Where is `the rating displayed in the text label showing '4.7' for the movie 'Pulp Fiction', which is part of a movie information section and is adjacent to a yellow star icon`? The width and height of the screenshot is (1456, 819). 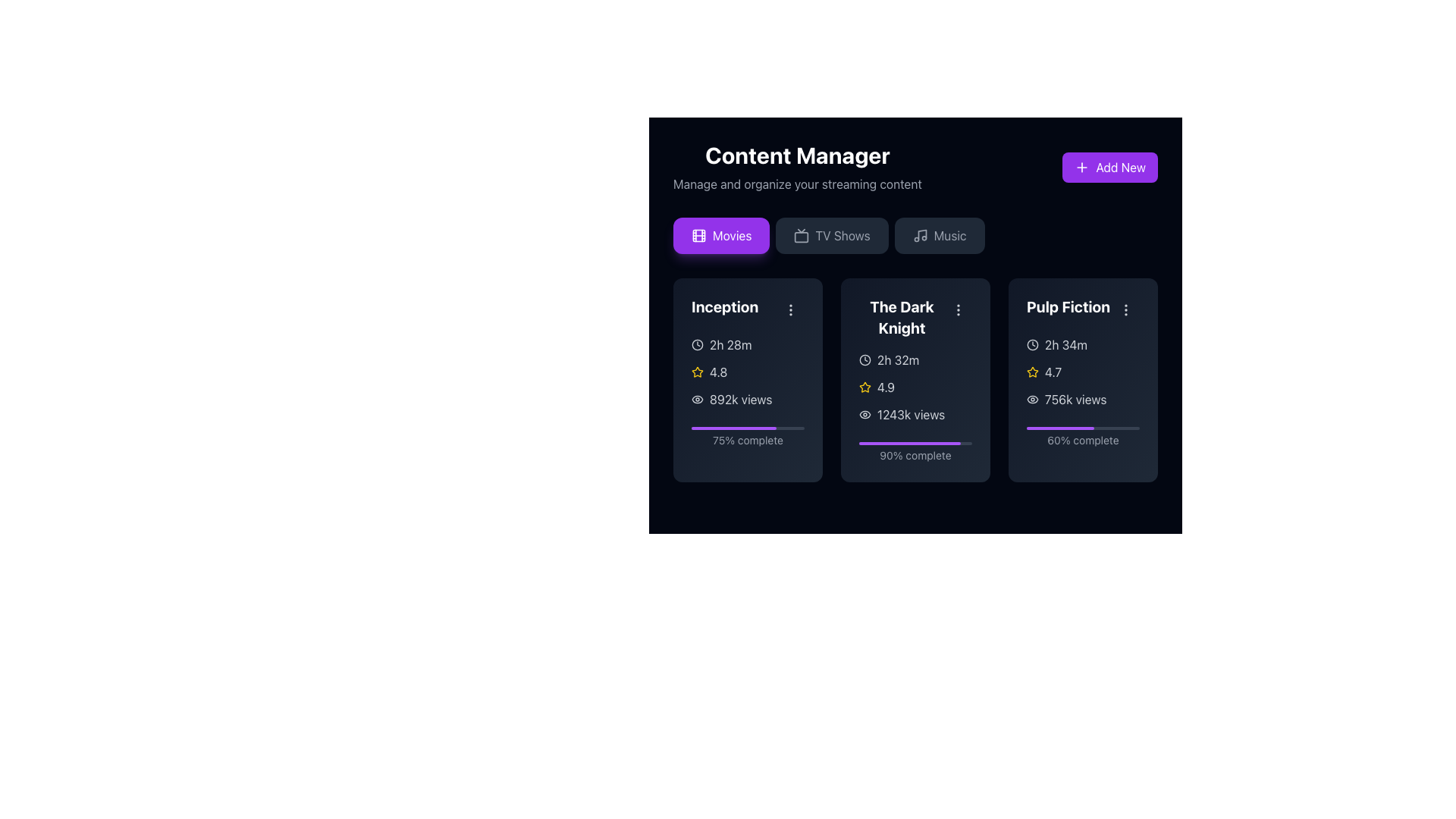
the rating displayed in the text label showing '4.7' for the movie 'Pulp Fiction', which is part of a movie information section and is adjacent to a yellow star icon is located at coordinates (1053, 372).